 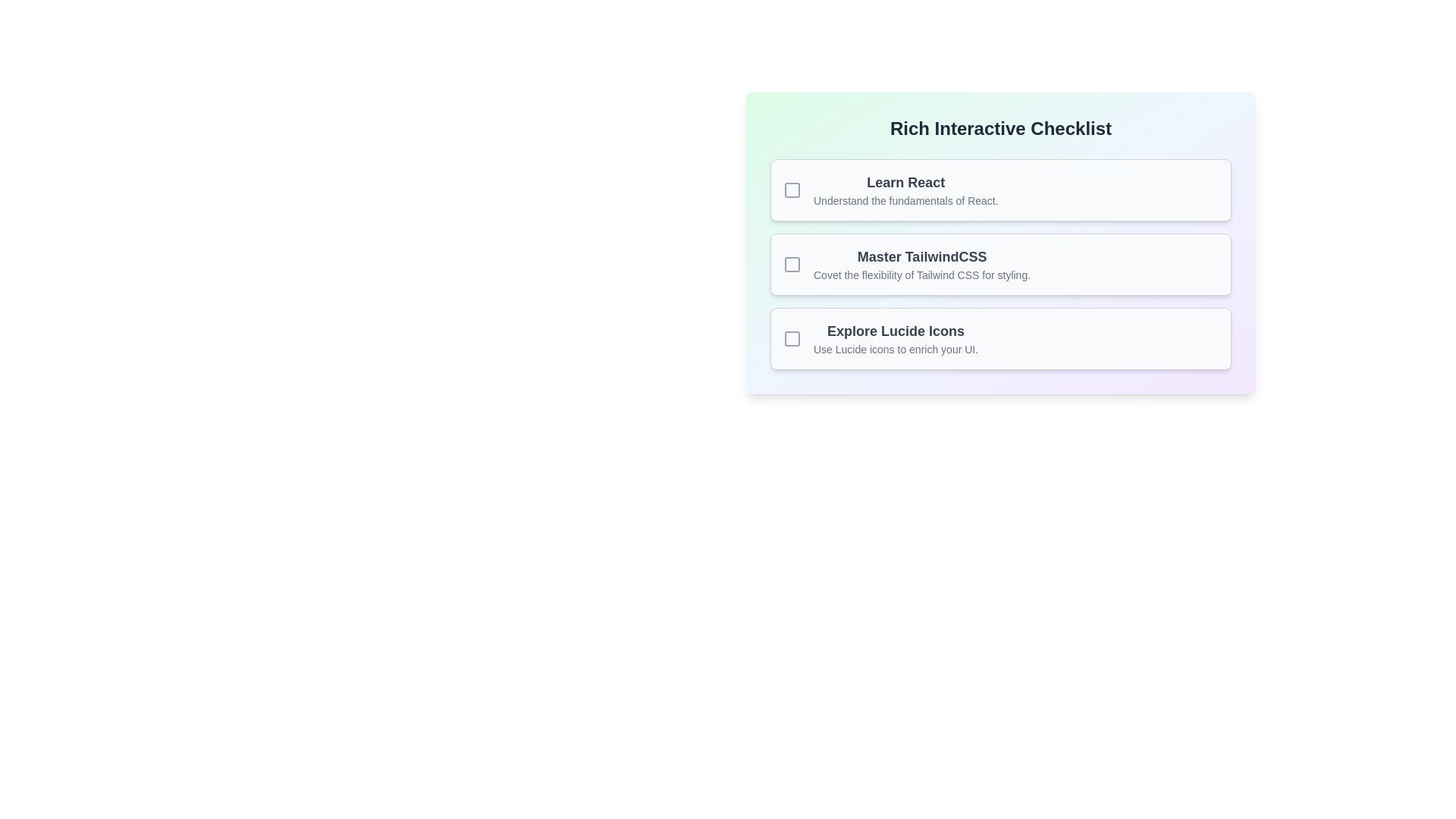 What do you see at coordinates (792, 338) in the screenshot?
I see `the first visible checkbox in the checklist interface under the section titled 'Explore Lucide Icons'` at bounding box center [792, 338].